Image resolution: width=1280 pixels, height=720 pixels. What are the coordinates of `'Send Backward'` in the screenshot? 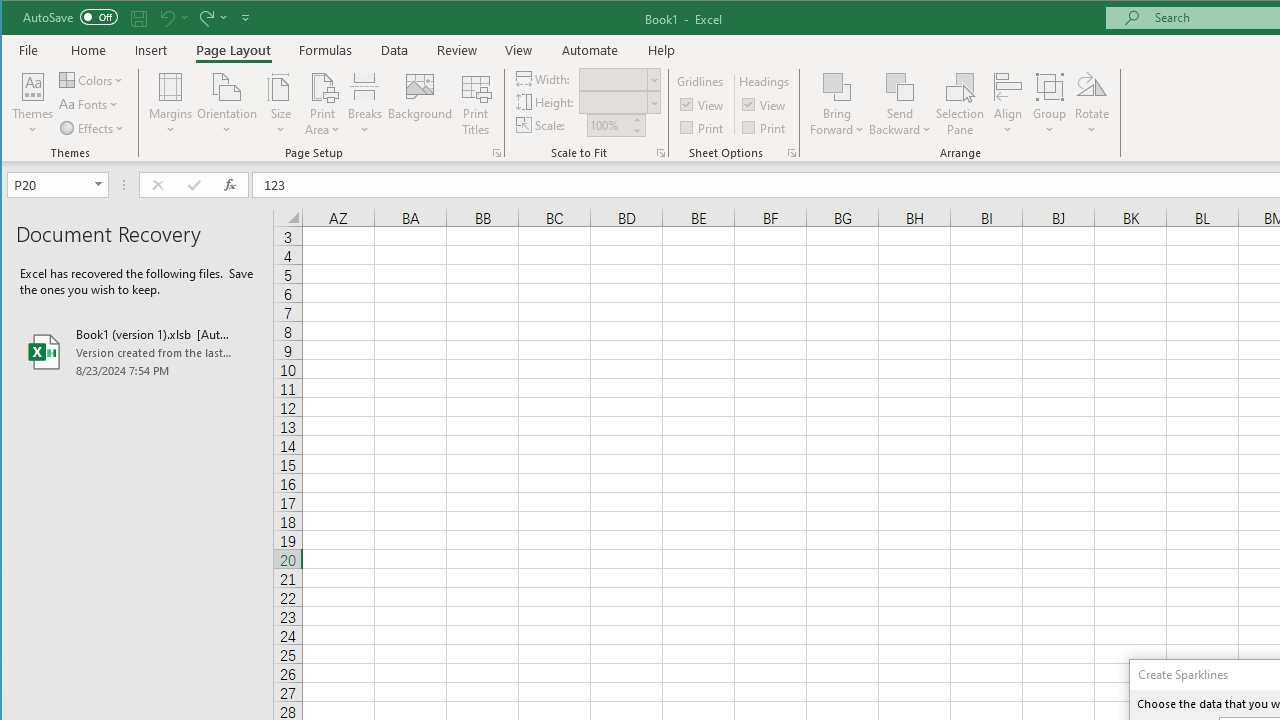 It's located at (899, 85).